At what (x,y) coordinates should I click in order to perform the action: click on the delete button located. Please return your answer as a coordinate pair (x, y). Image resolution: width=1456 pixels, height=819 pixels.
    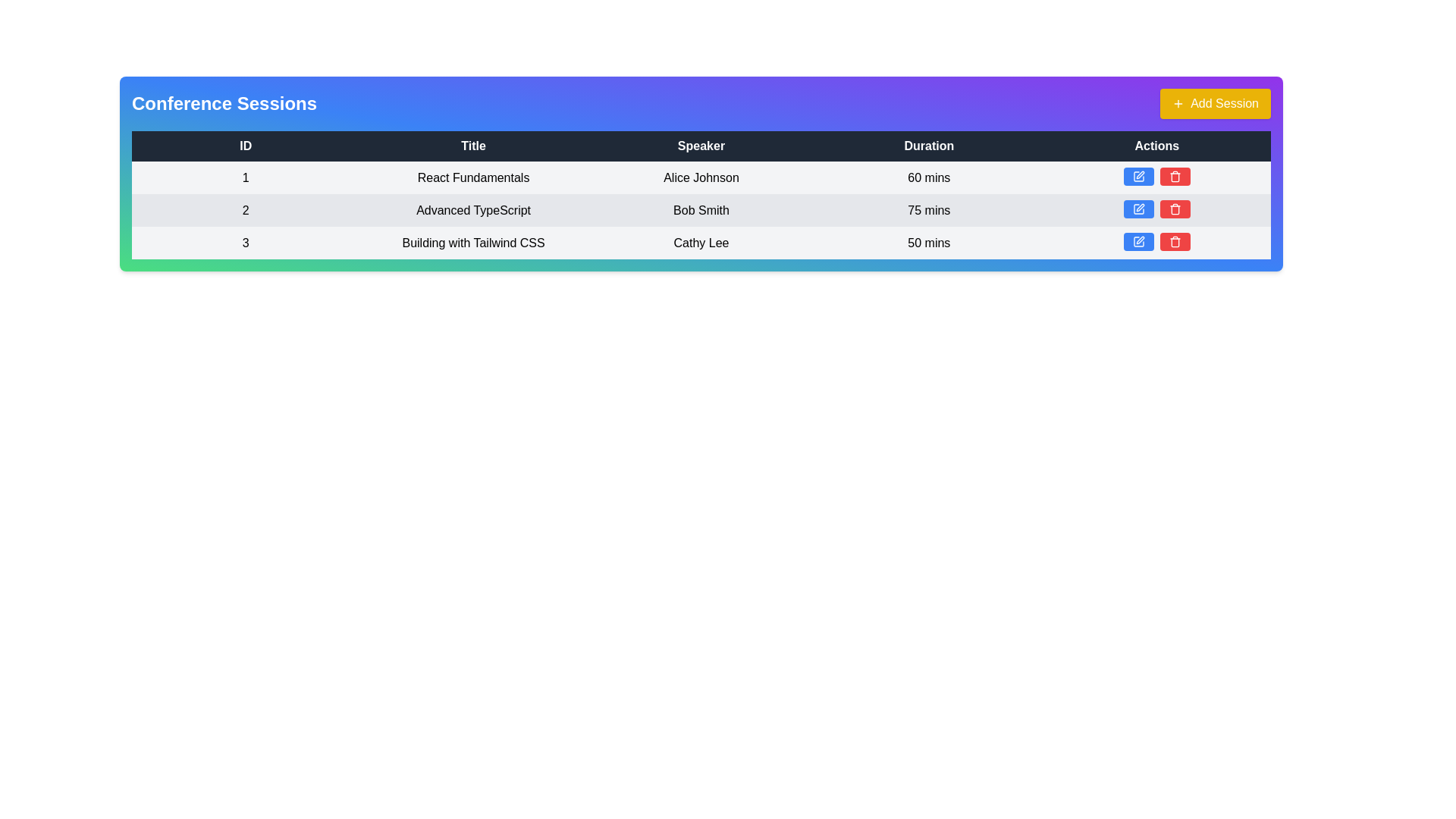
    Looking at the image, I should click on (1174, 209).